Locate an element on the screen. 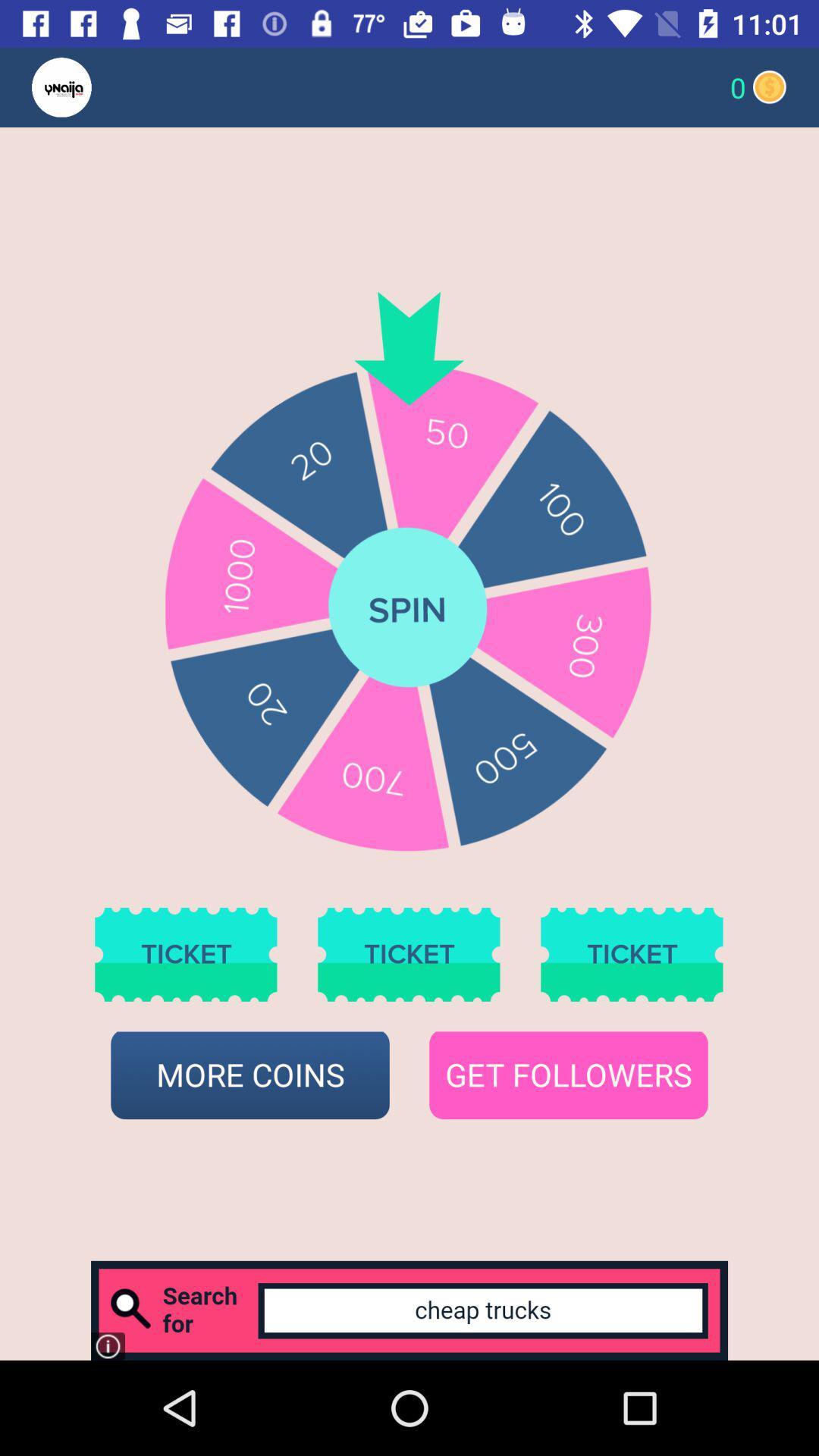 The width and height of the screenshot is (819, 1456). icon next to the 20  icon is located at coordinates (91, 86).